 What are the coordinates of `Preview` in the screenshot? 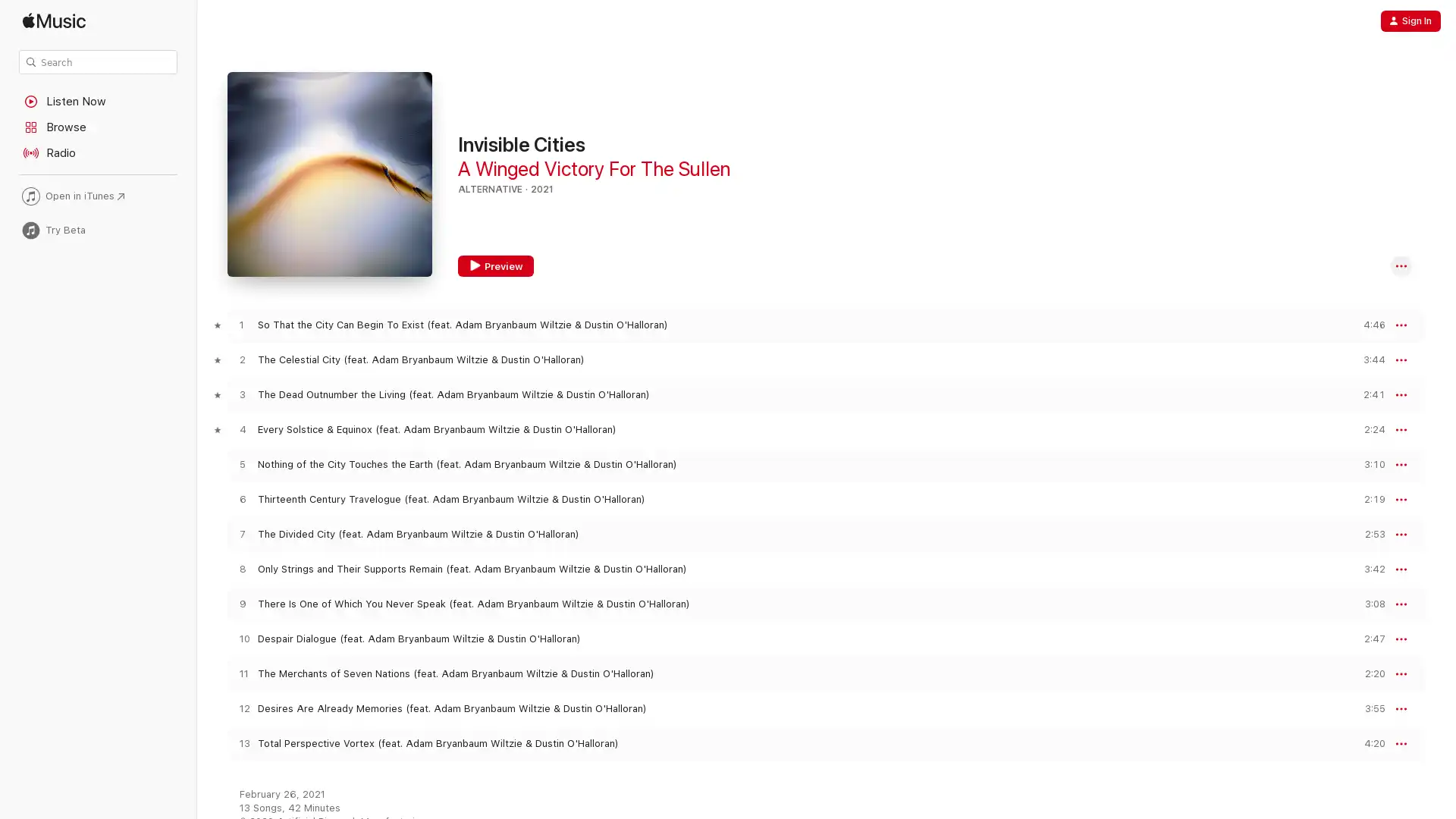 It's located at (1368, 533).